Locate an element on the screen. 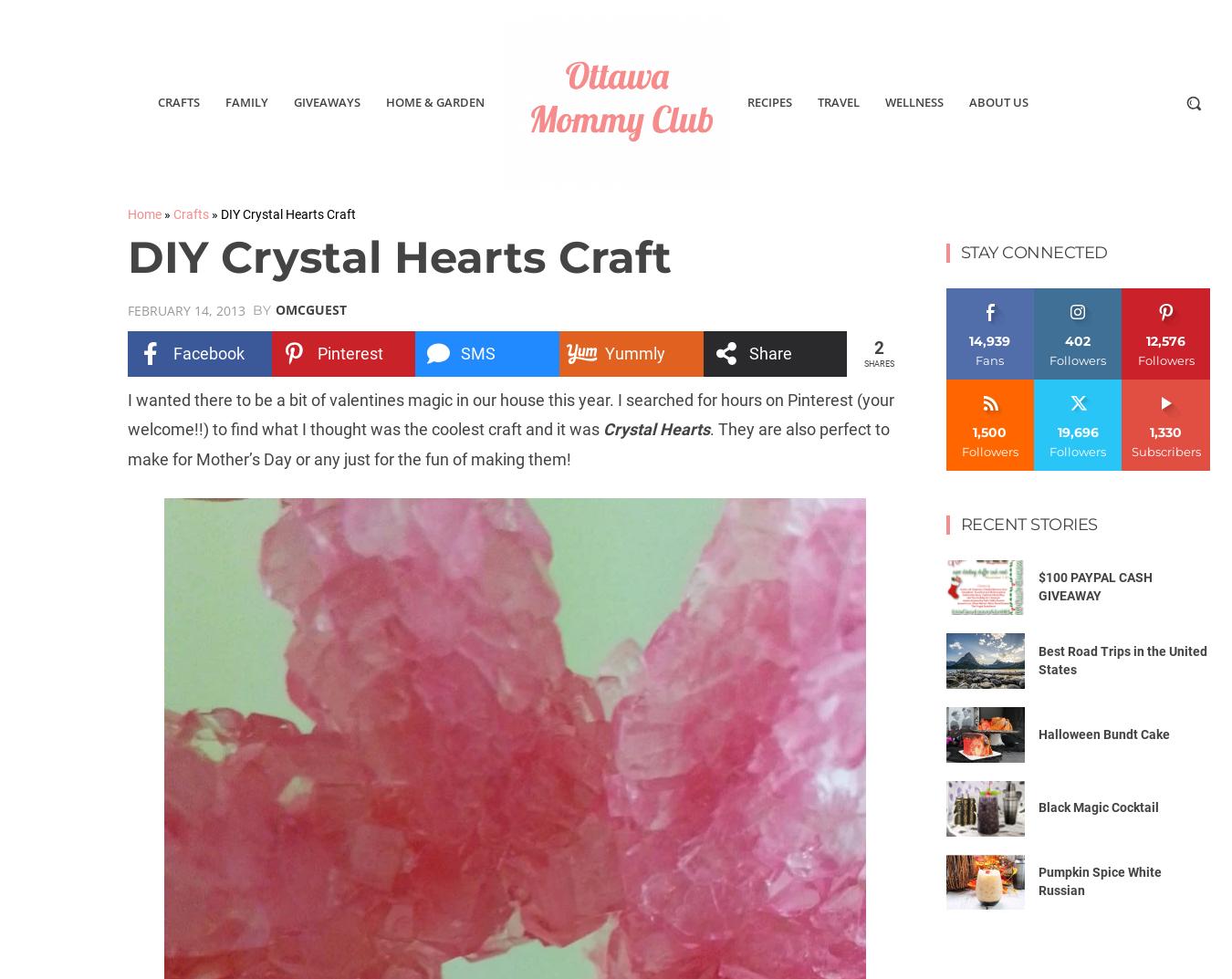 Image resolution: width=1232 pixels, height=979 pixels. '1,500' is located at coordinates (972, 431).